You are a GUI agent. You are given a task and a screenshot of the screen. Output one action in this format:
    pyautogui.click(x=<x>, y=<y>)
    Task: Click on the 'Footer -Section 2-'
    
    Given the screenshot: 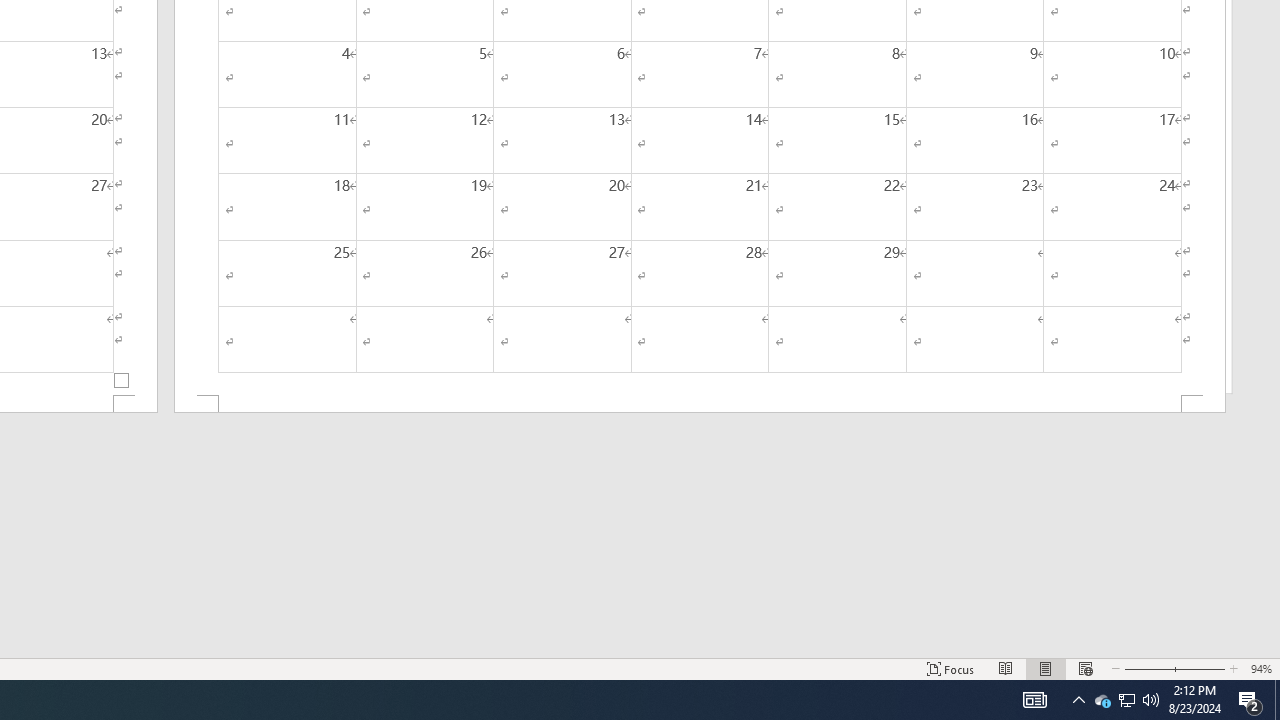 What is the action you would take?
    pyautogui.click(x=700, y=404)
    